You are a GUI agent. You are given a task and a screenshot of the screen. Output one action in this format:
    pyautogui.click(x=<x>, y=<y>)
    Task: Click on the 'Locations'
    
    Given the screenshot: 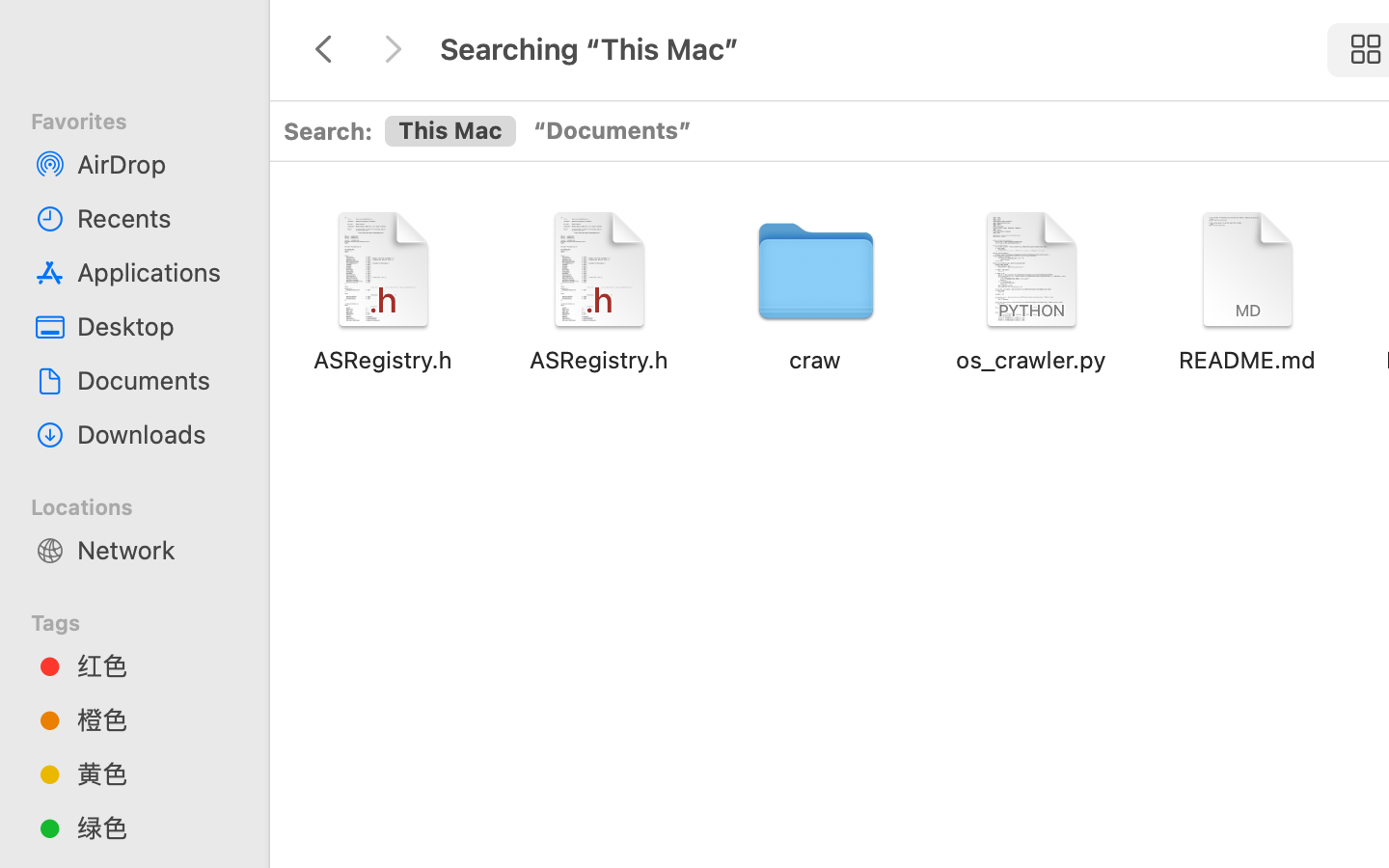 What is the action you would take?
    pyautogui.click(x=145, y=502)
    